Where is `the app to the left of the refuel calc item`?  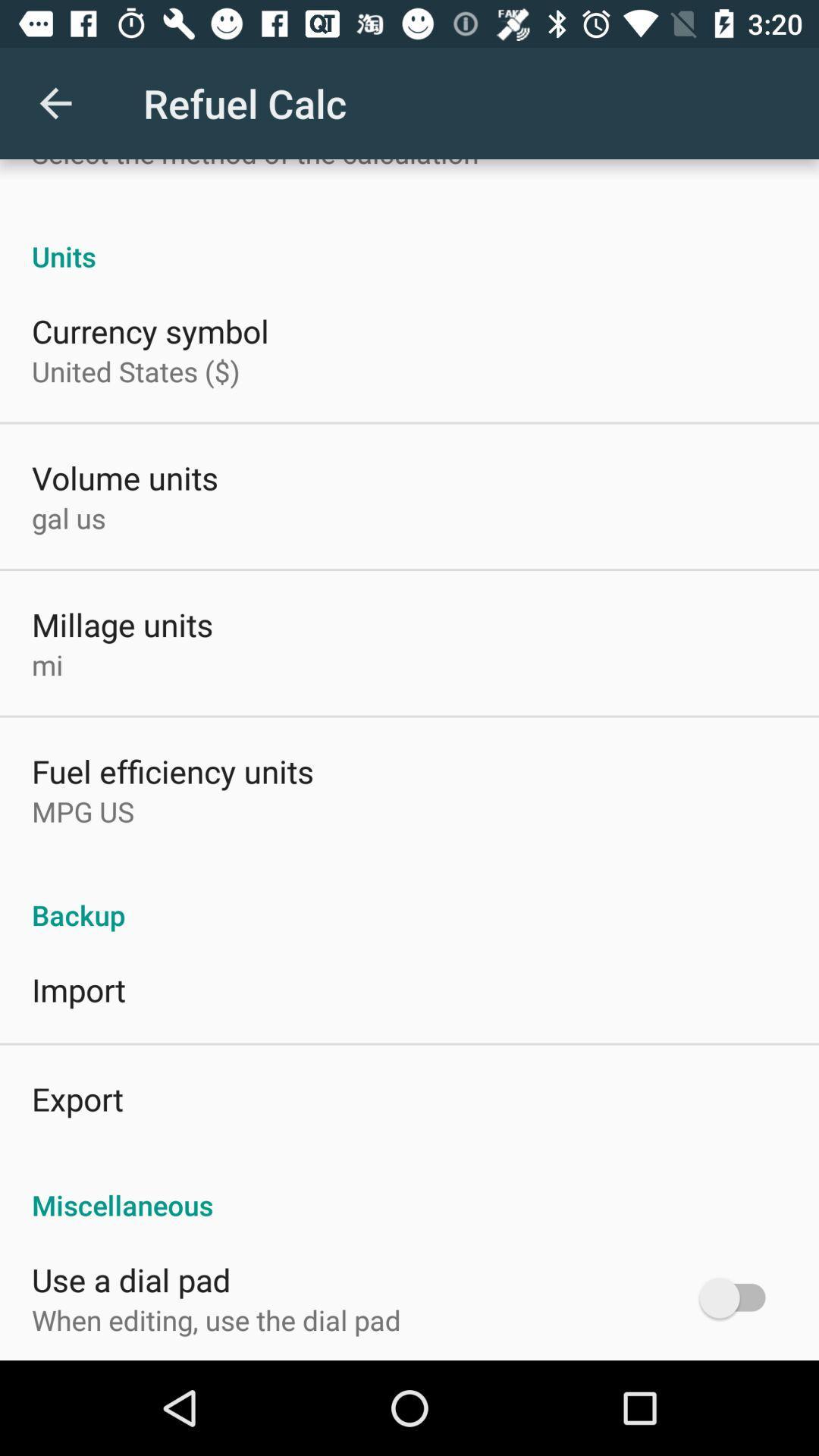
the app to the left of the refuel calc item is located at coordinates (55, 102).